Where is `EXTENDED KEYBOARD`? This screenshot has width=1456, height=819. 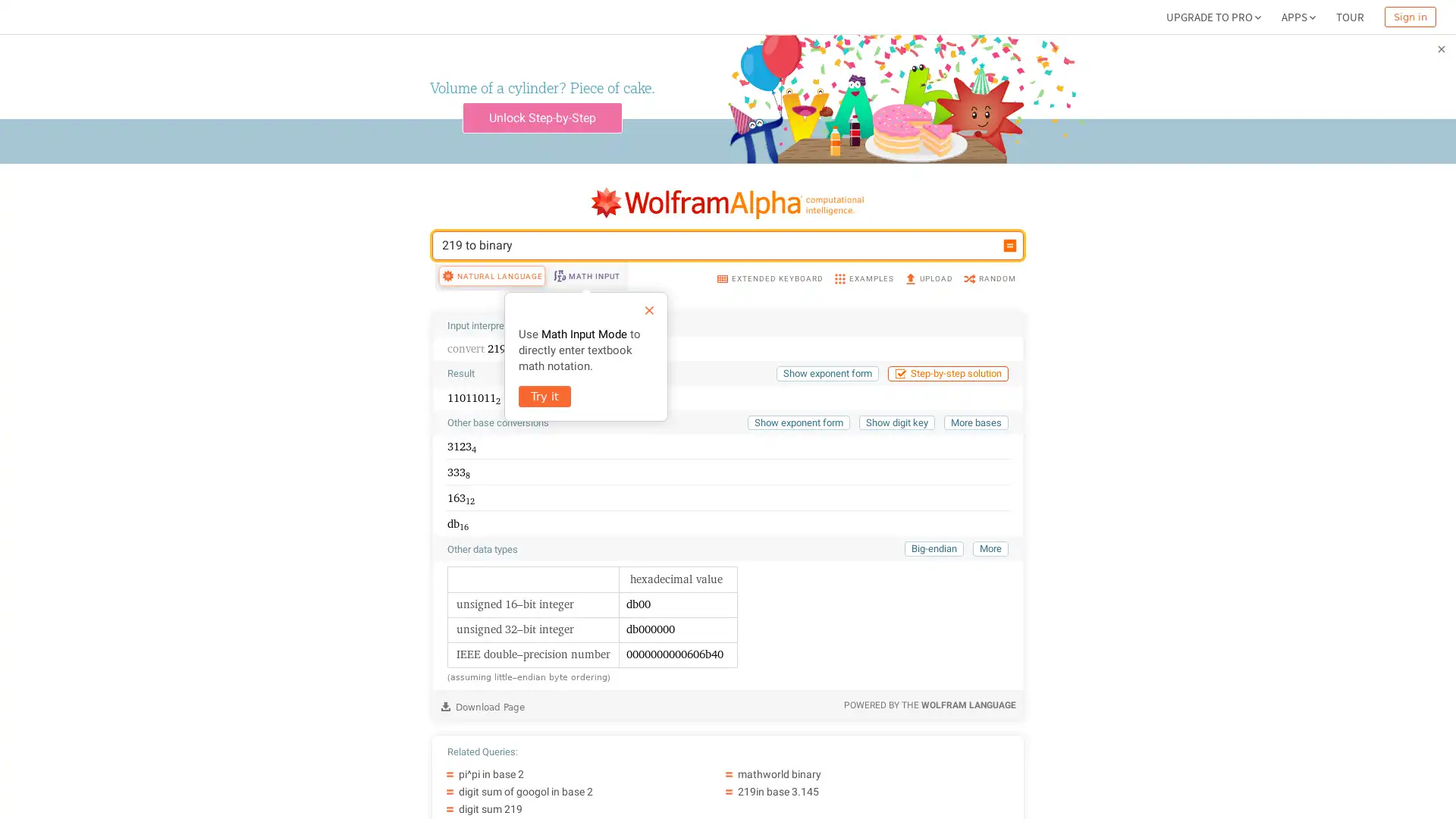 EXTENDED KEYBOARD is located at coordinates (769, 307).